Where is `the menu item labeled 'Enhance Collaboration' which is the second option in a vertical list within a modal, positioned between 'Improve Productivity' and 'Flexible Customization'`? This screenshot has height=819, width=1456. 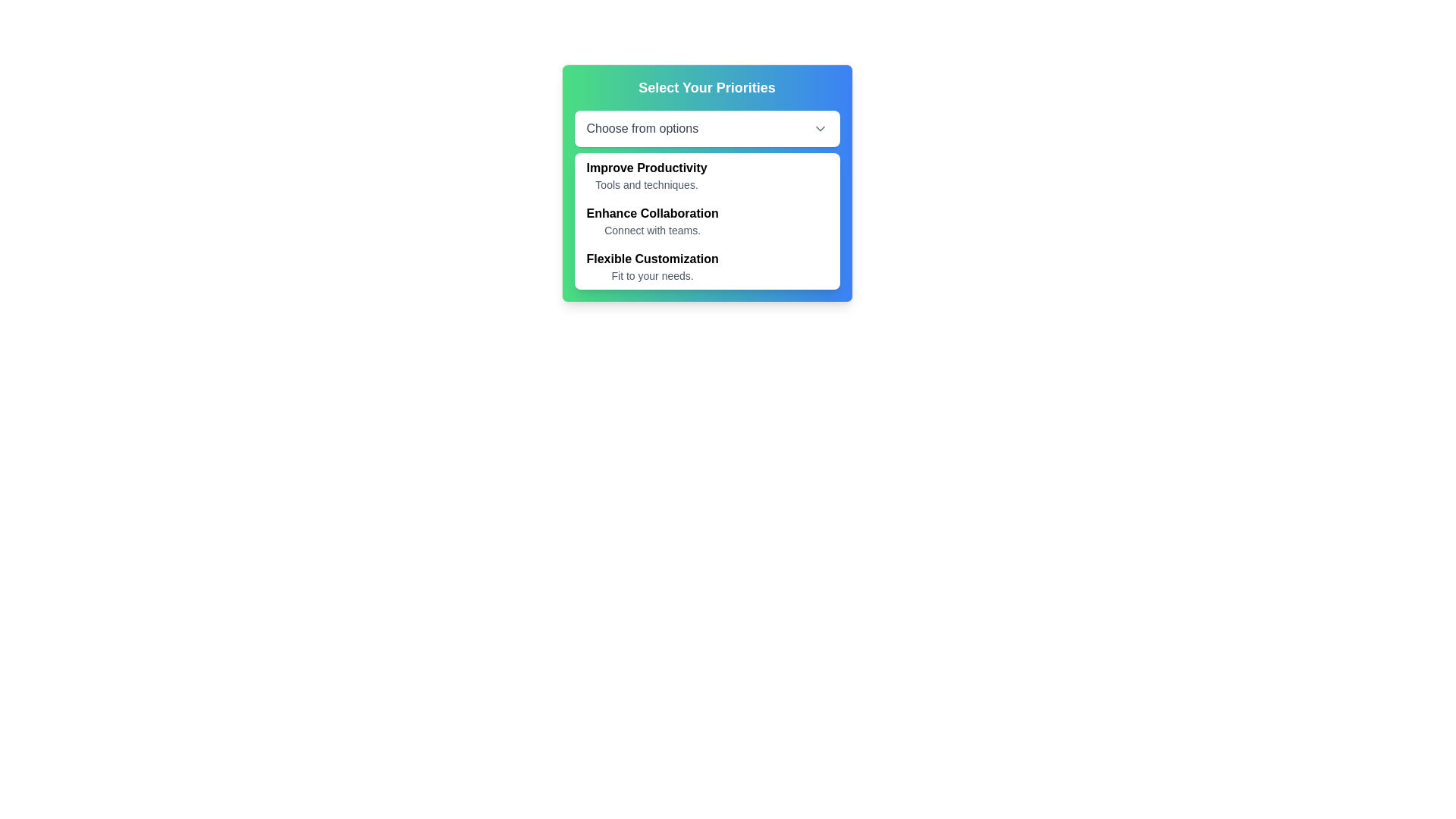 the menu item labeled 'Enhance Collaboration' which is the second option in a vertical list within a modal, positioned between 'Improve Productivity' and 'Flexible Customization' is located at coordinates (706, 221).